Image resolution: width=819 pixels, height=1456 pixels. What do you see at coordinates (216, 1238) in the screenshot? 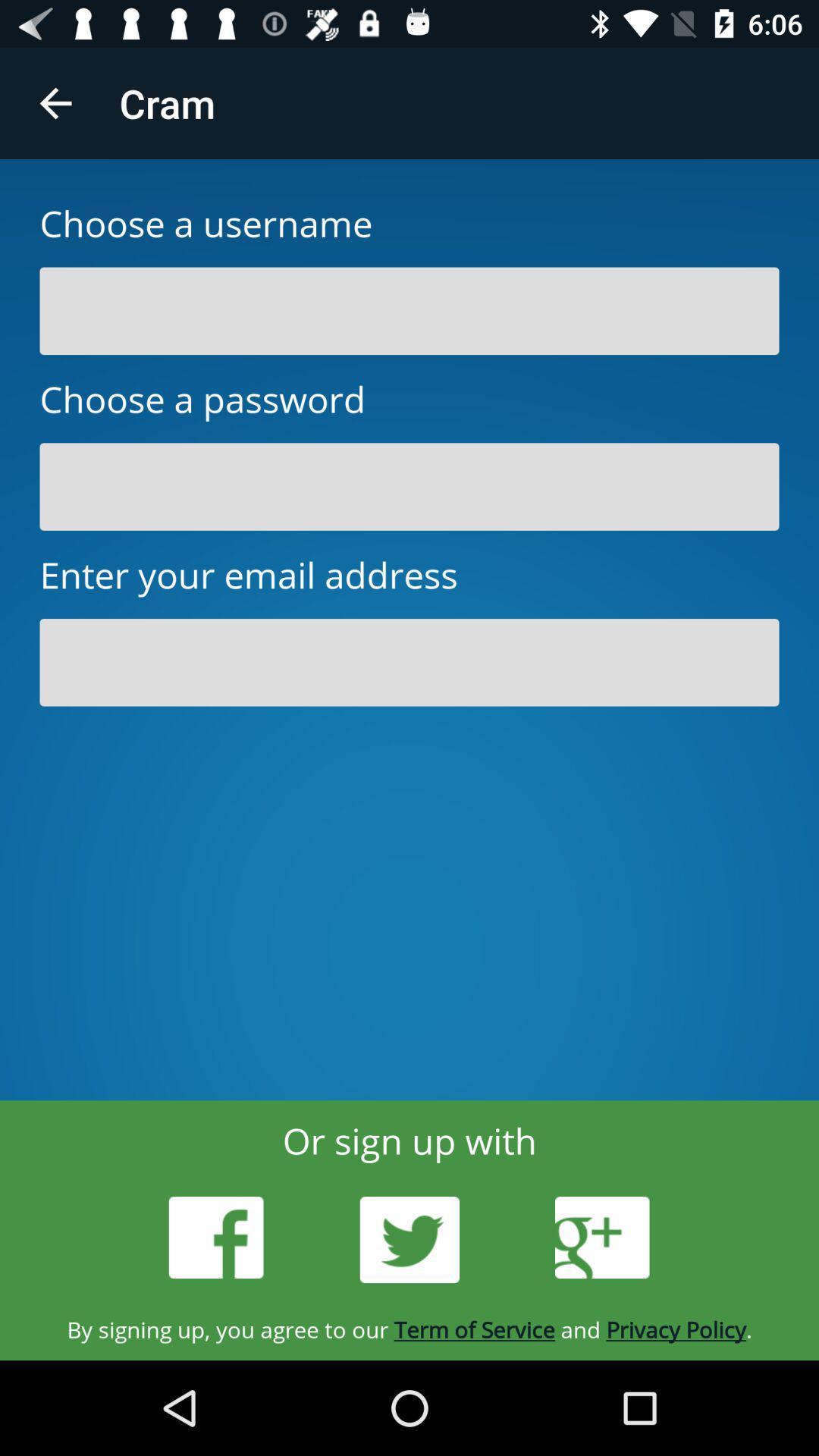
I see `sign up with facebook` at bounding box center [216, 1238].